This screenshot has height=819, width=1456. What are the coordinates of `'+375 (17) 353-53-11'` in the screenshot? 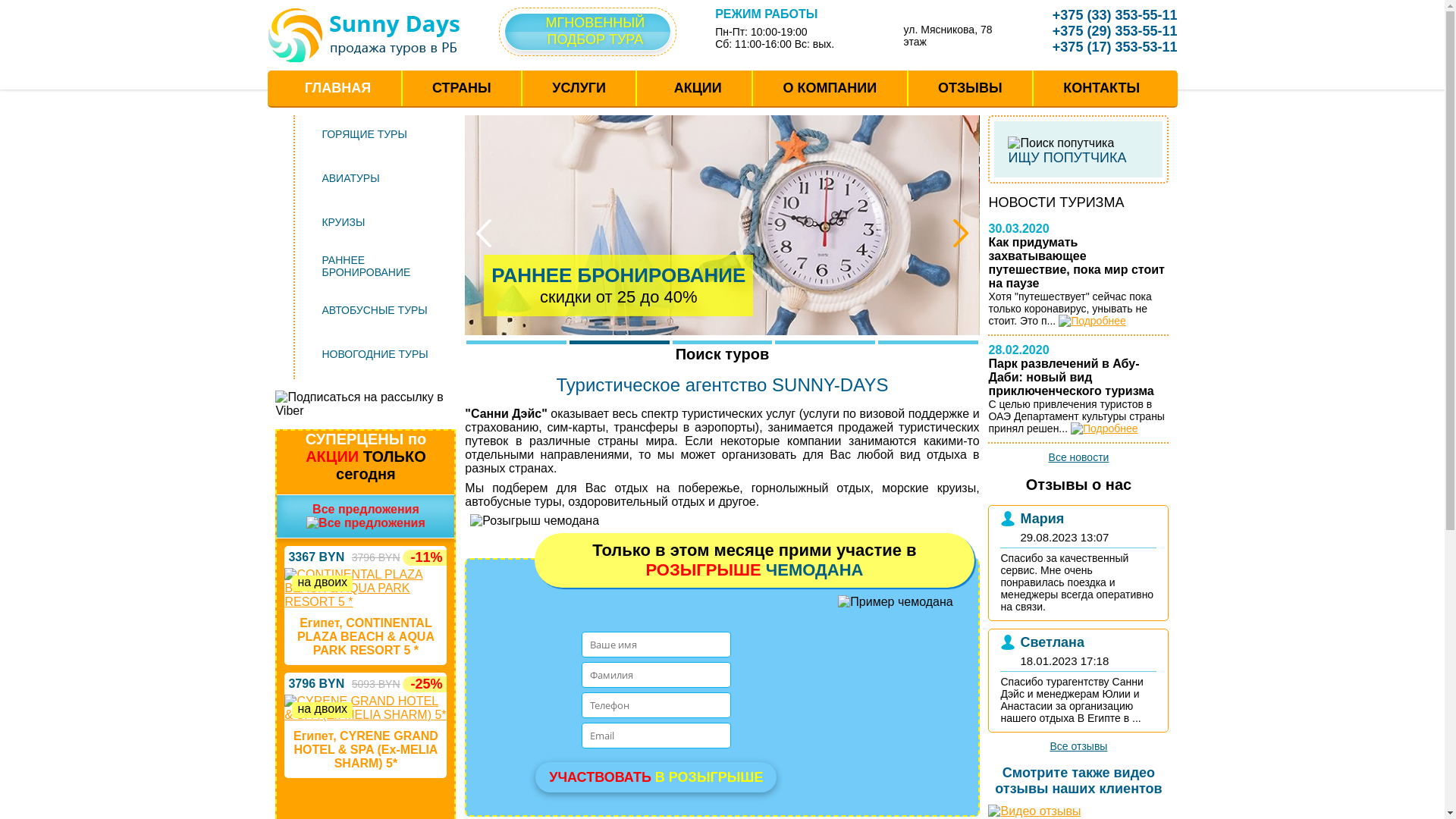 It's located at (1104, 45).